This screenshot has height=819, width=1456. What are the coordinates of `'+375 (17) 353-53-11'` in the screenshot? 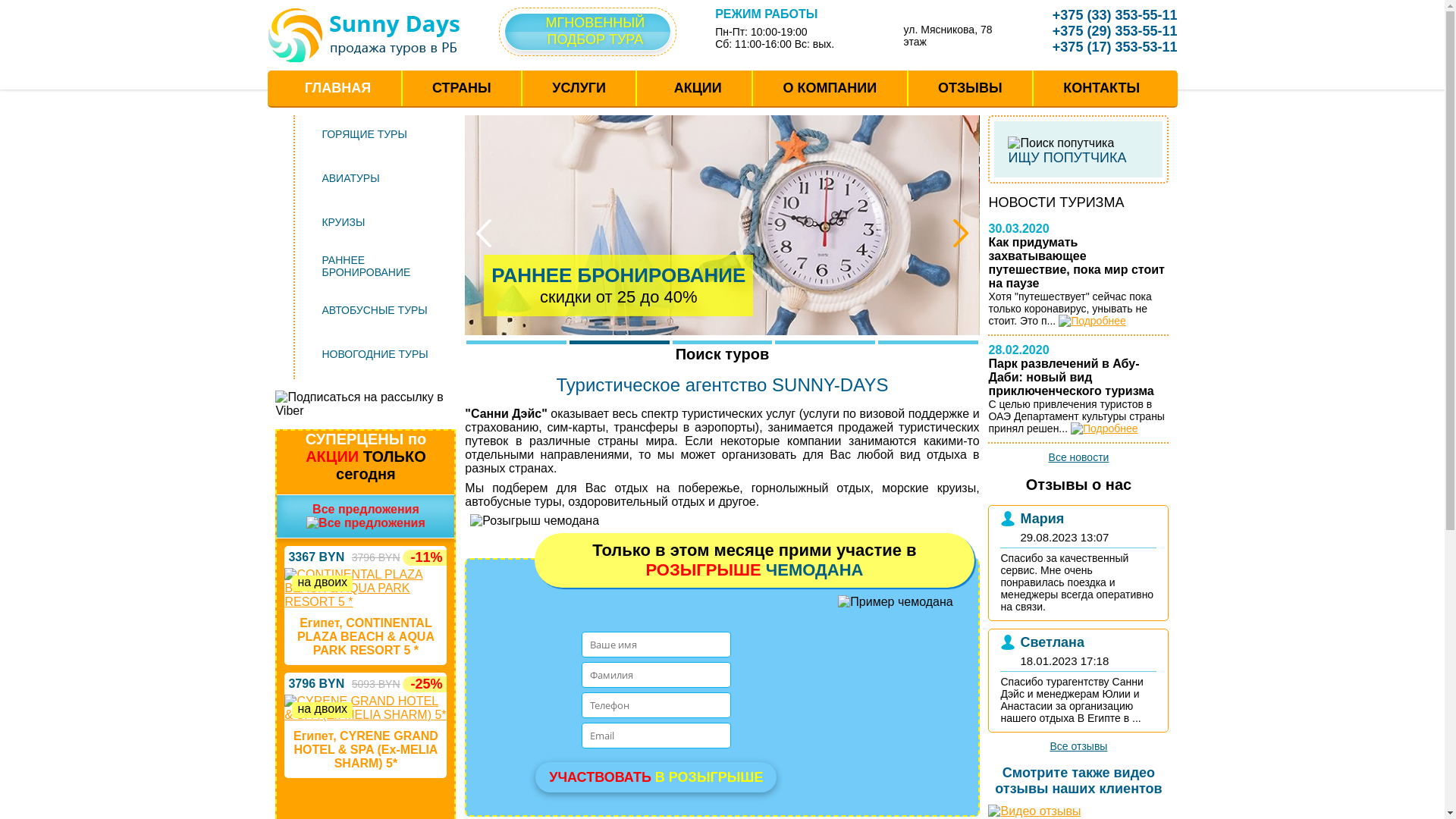 It's located at (1104, 45).